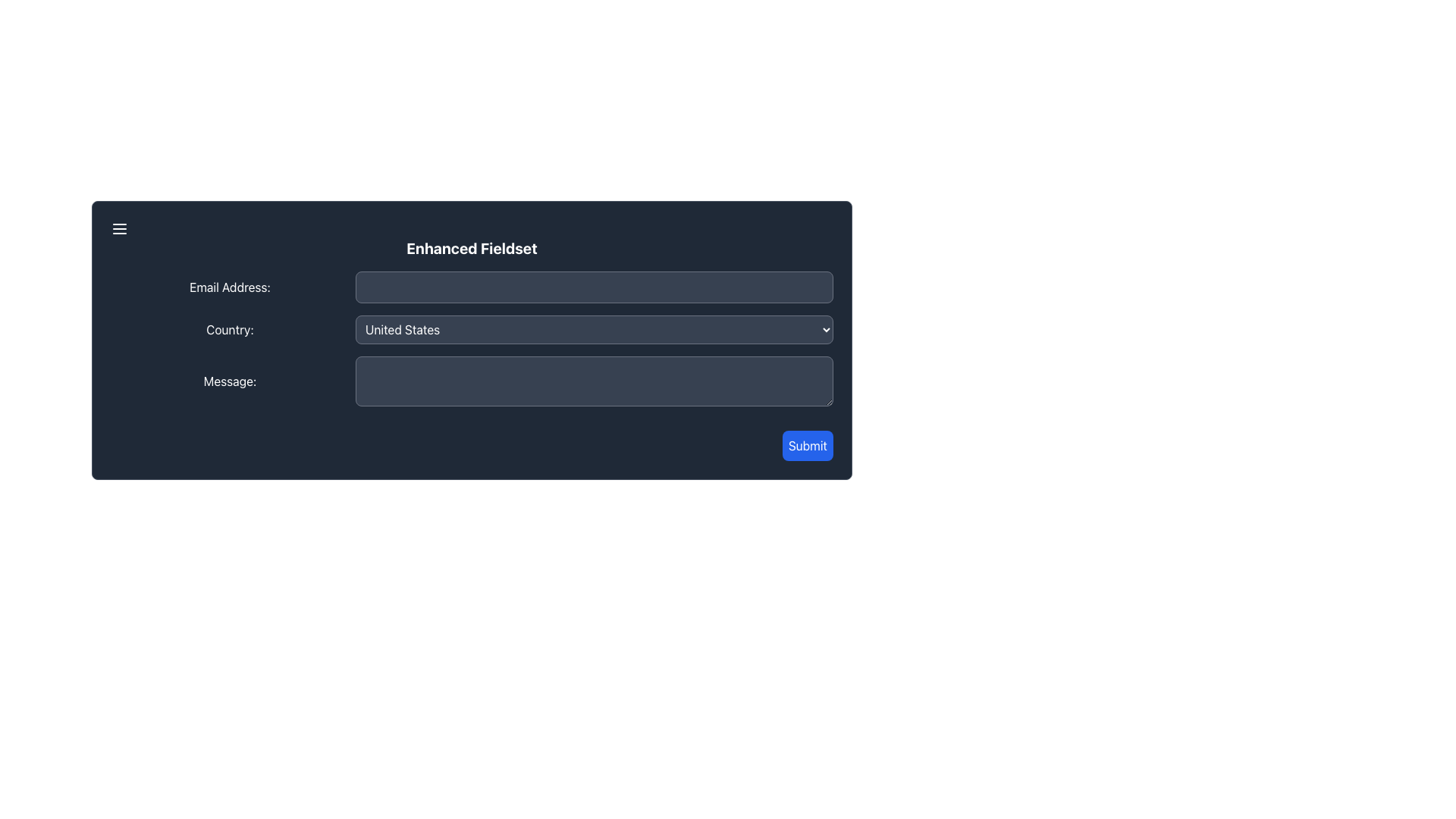  Describe the element at coordinates (593, 329) in the screenshot. I see `the dropdown menu with the default option 'United States'` at that location.